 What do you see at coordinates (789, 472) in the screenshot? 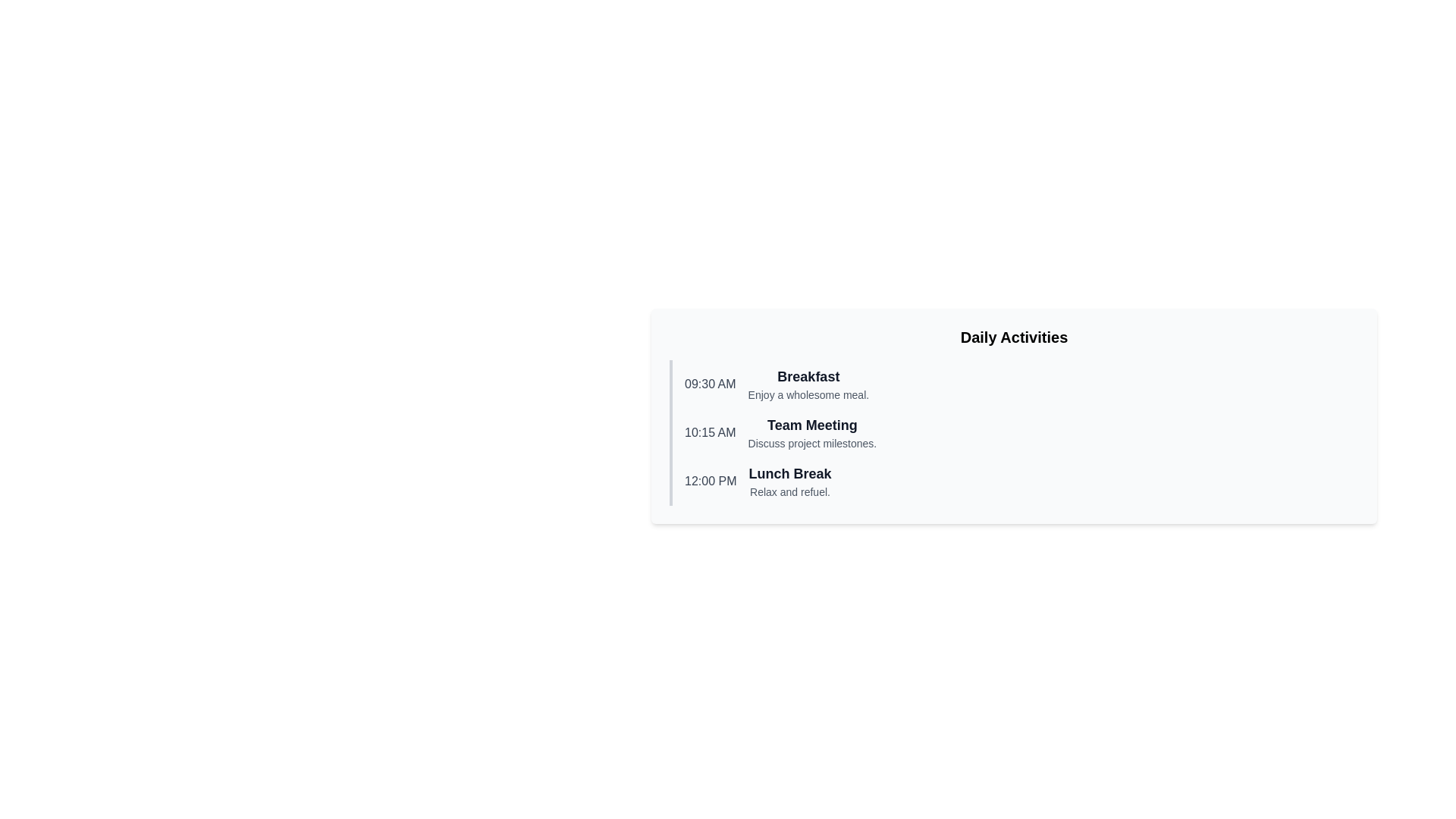
I see `the label for the scheduled event at 12:00 PM, located in the right section of the interface under 'Daily Activities', positioned between 'Team Meeting' and its description 'Relax and refuel.'` at bounding box center [789, 472].